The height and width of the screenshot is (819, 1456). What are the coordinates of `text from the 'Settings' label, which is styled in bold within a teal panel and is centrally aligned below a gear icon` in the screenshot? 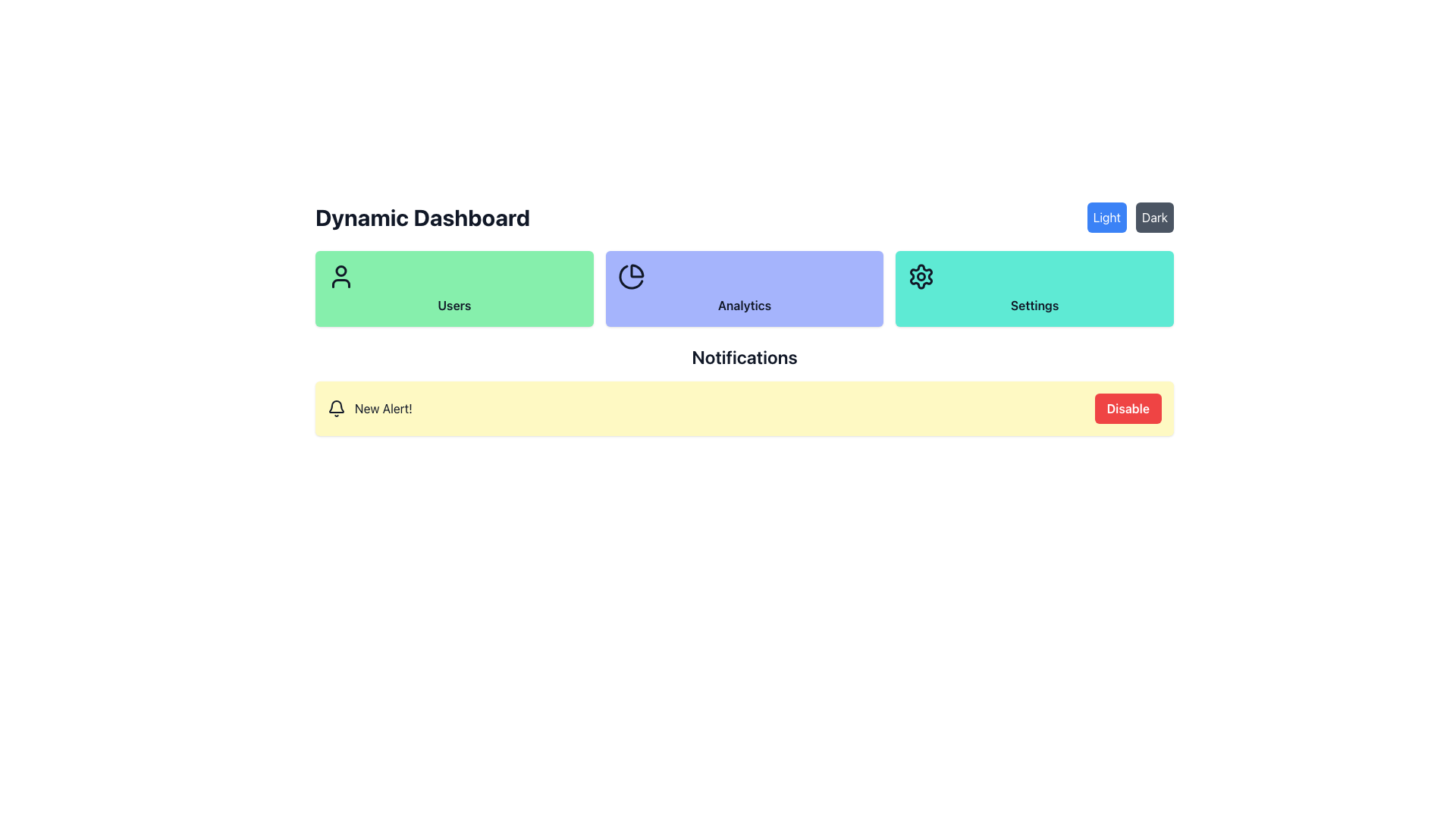 It's located at (1034, 305).